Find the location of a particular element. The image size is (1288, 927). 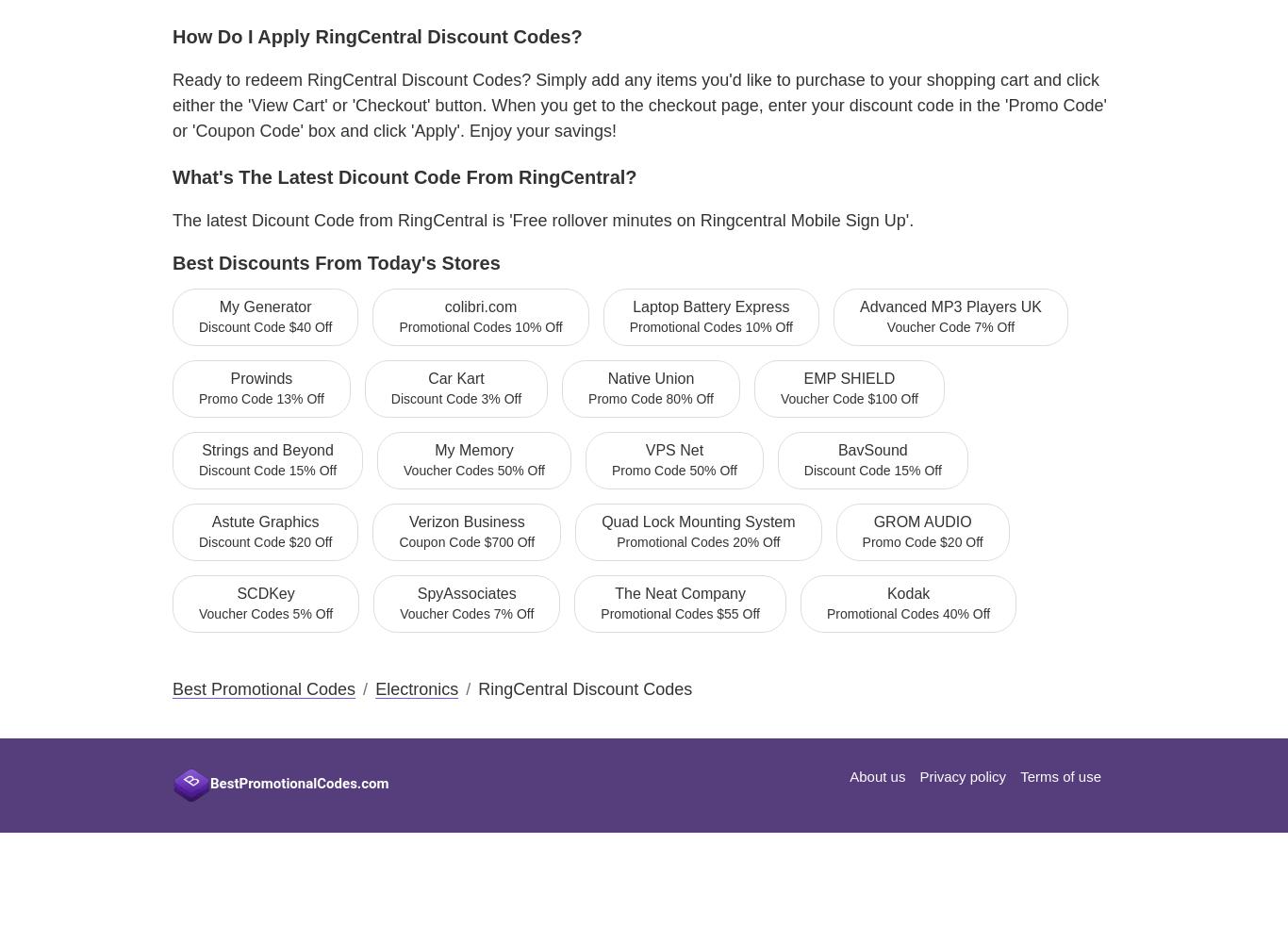

'How do I apply RingCentral Discount Codes?' is located at coordinates (375, 35).